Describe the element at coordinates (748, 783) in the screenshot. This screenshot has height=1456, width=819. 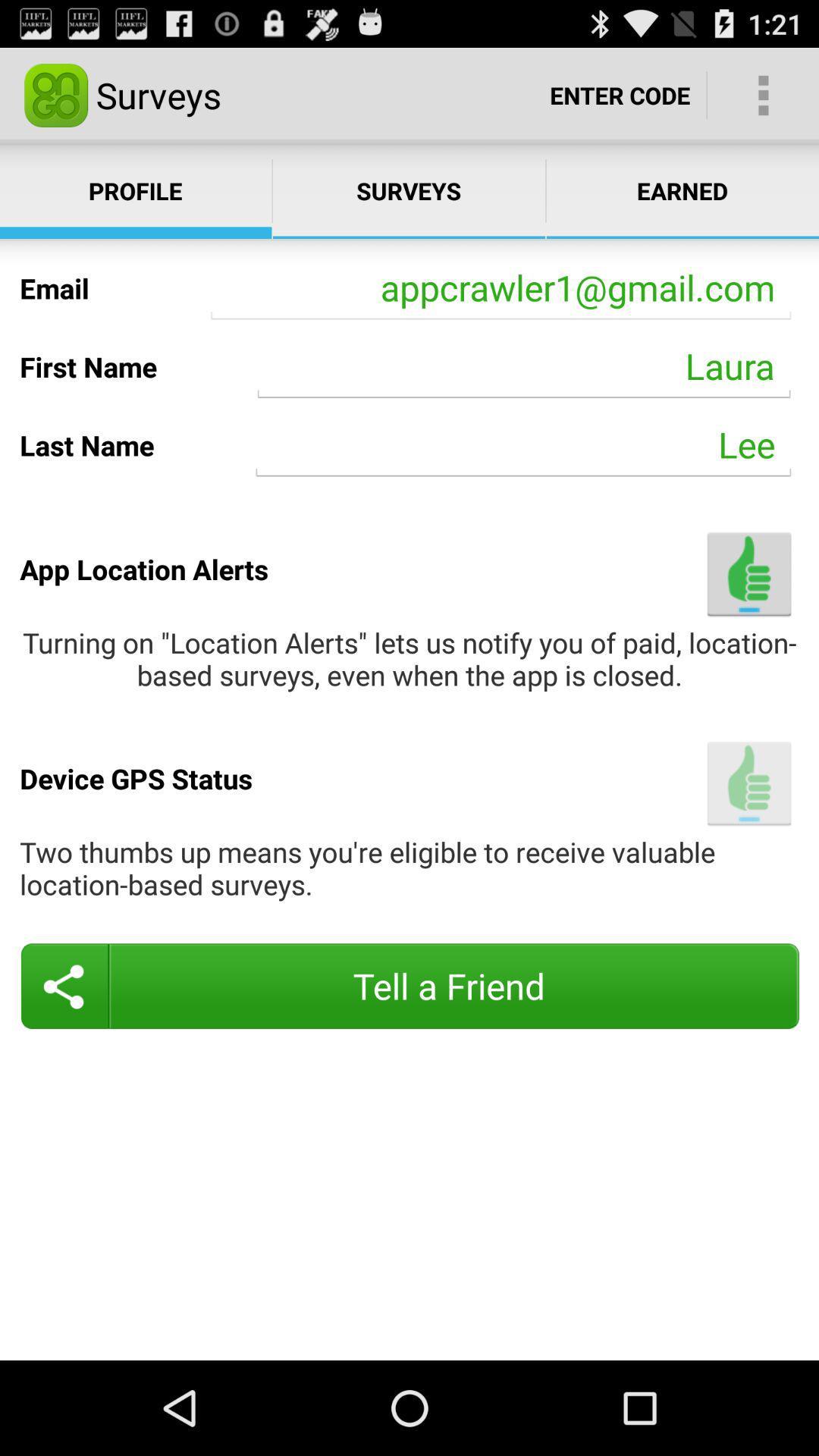
I see `device gps option` at that location.